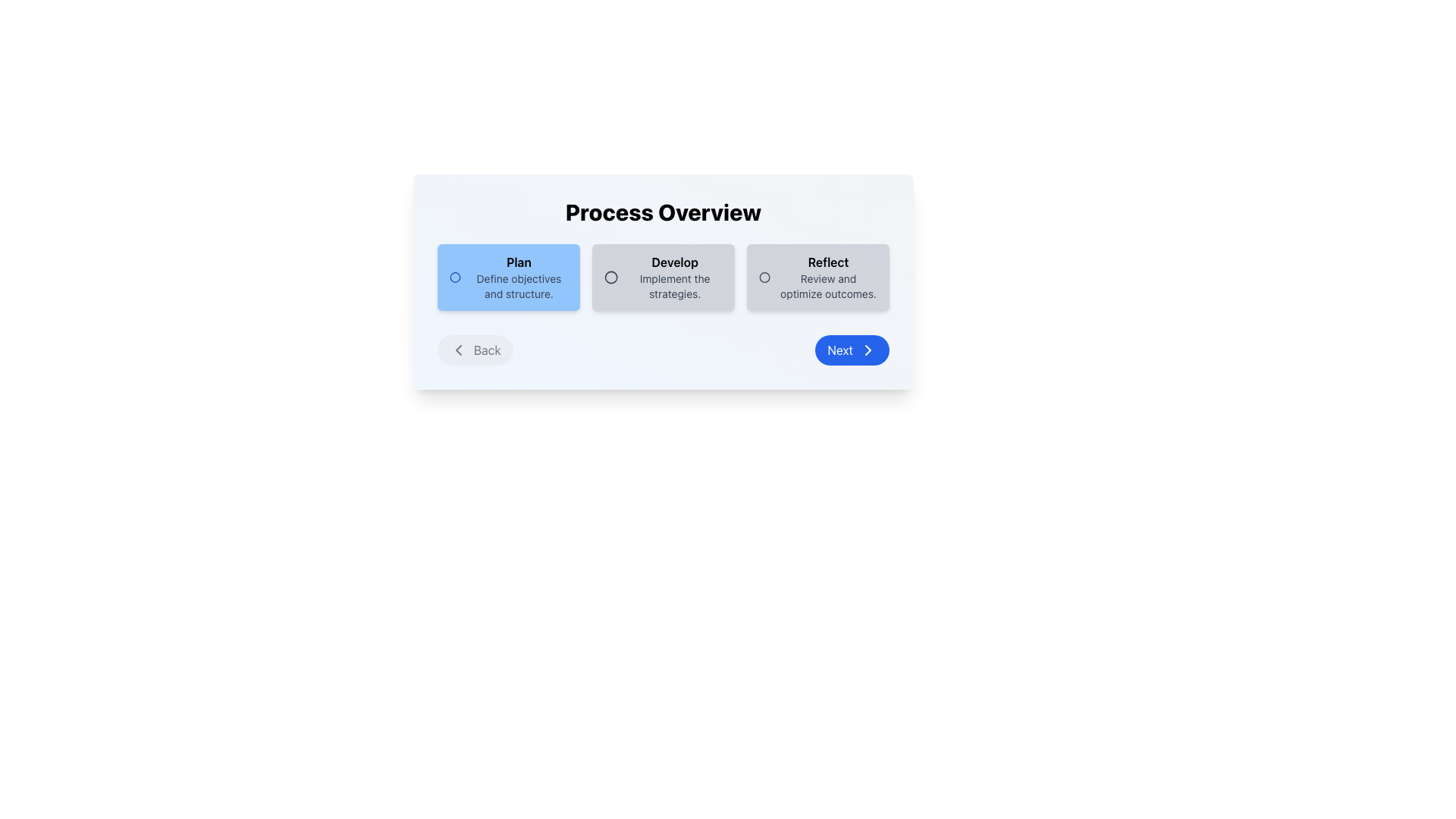 Image resolution: width=1456 pixels, height=819 pixels. Describe the element at coordinates (663, 278) in the screenshot. I see `the interactive radio button labeled 'Develop'` at that location.